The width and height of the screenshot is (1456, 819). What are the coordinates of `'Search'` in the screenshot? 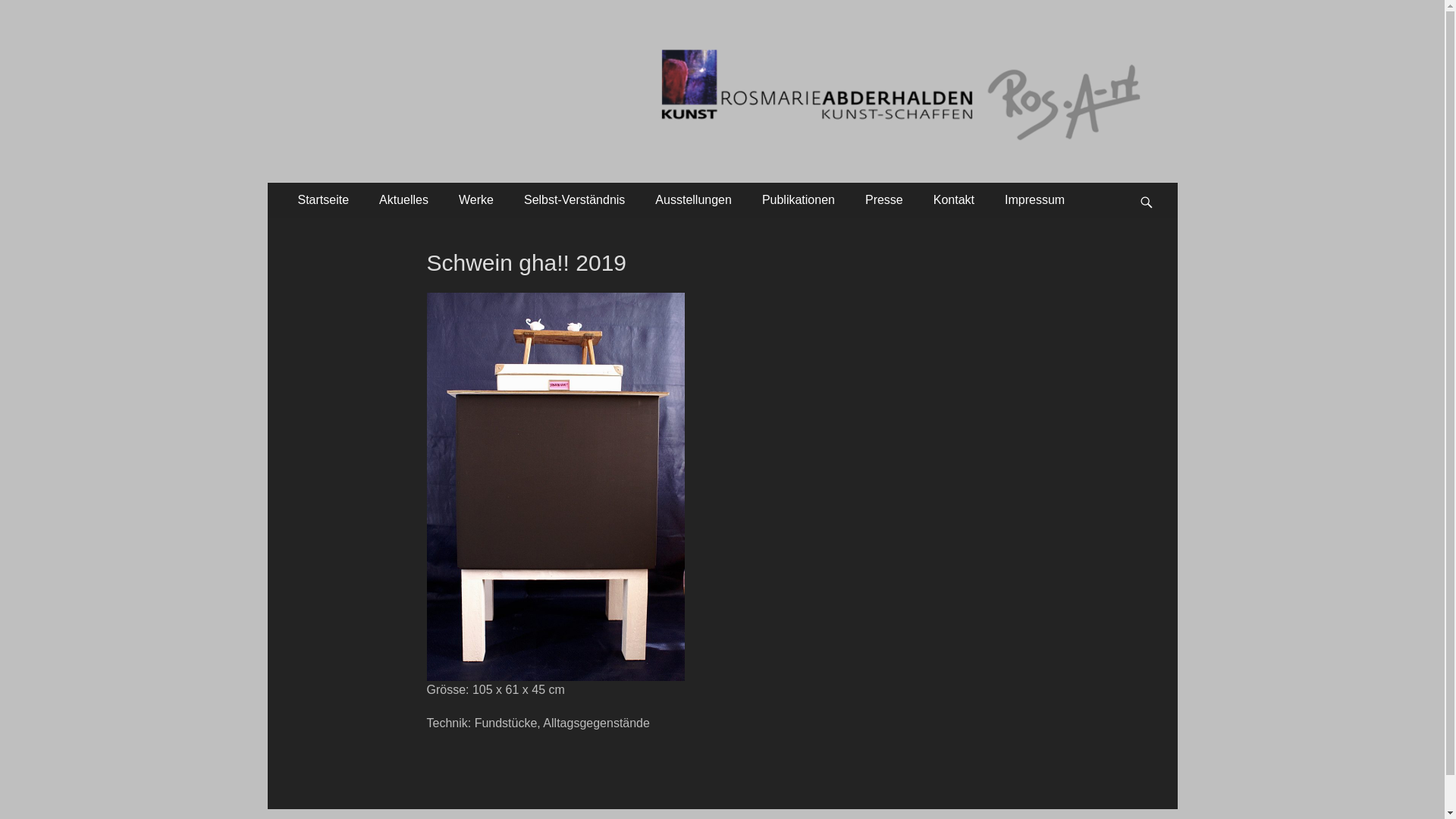 It's located at (1153, 181).